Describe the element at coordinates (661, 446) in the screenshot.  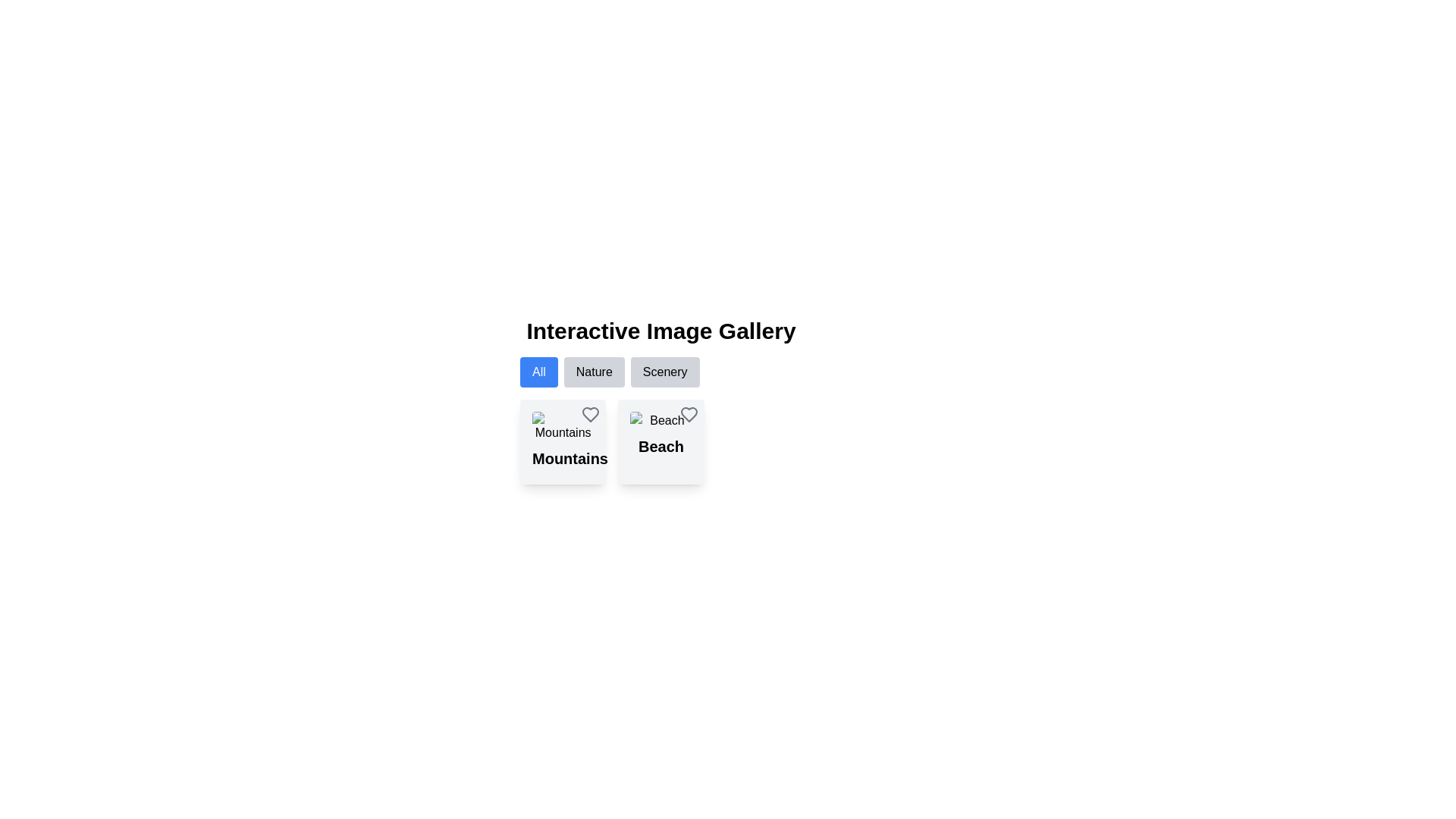
I see `the bold text label displaying the word 'Beach'` at that location.